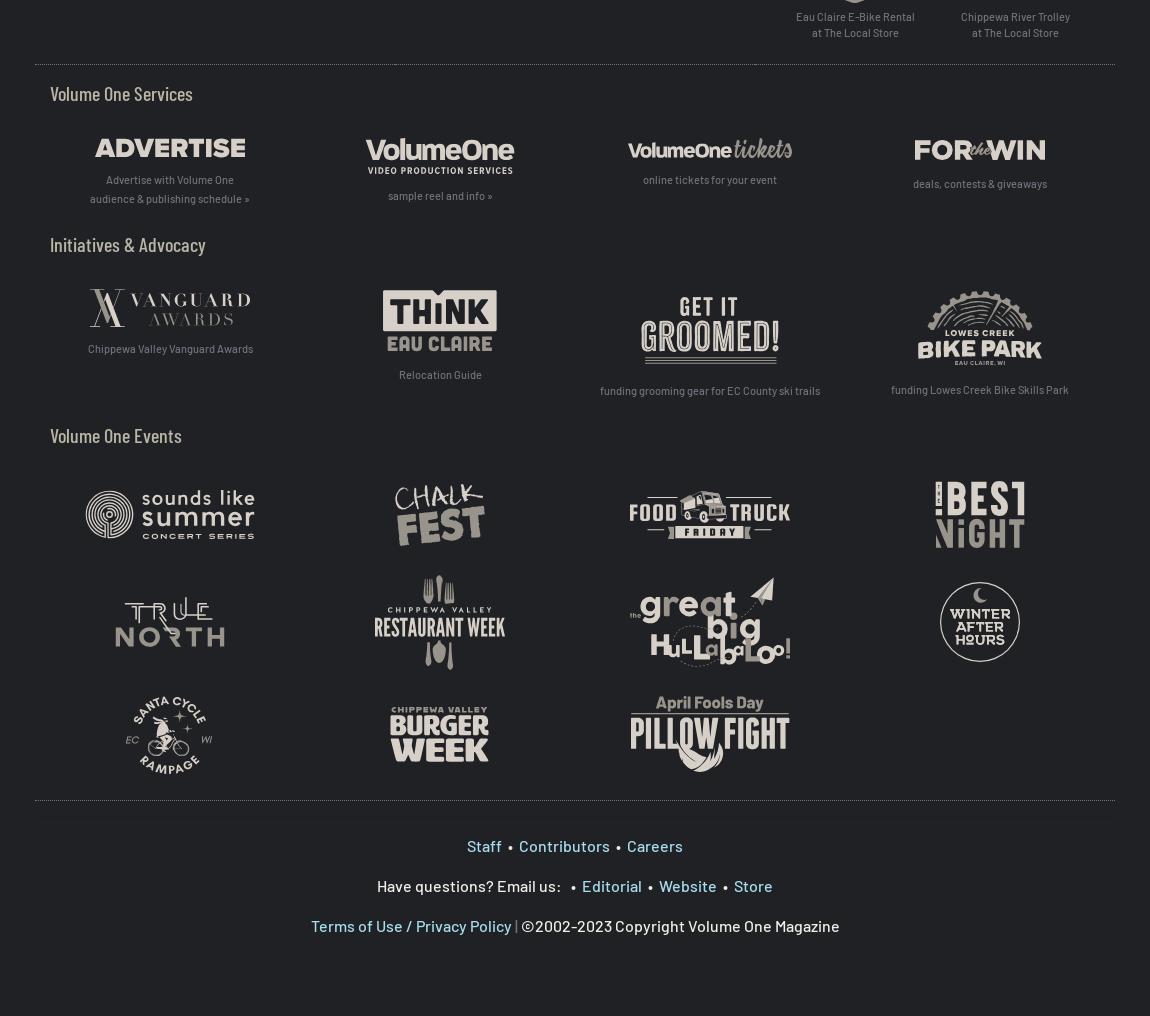 The image size is (1150, 1016). I want to click on 'Staff', so click(484, 844).